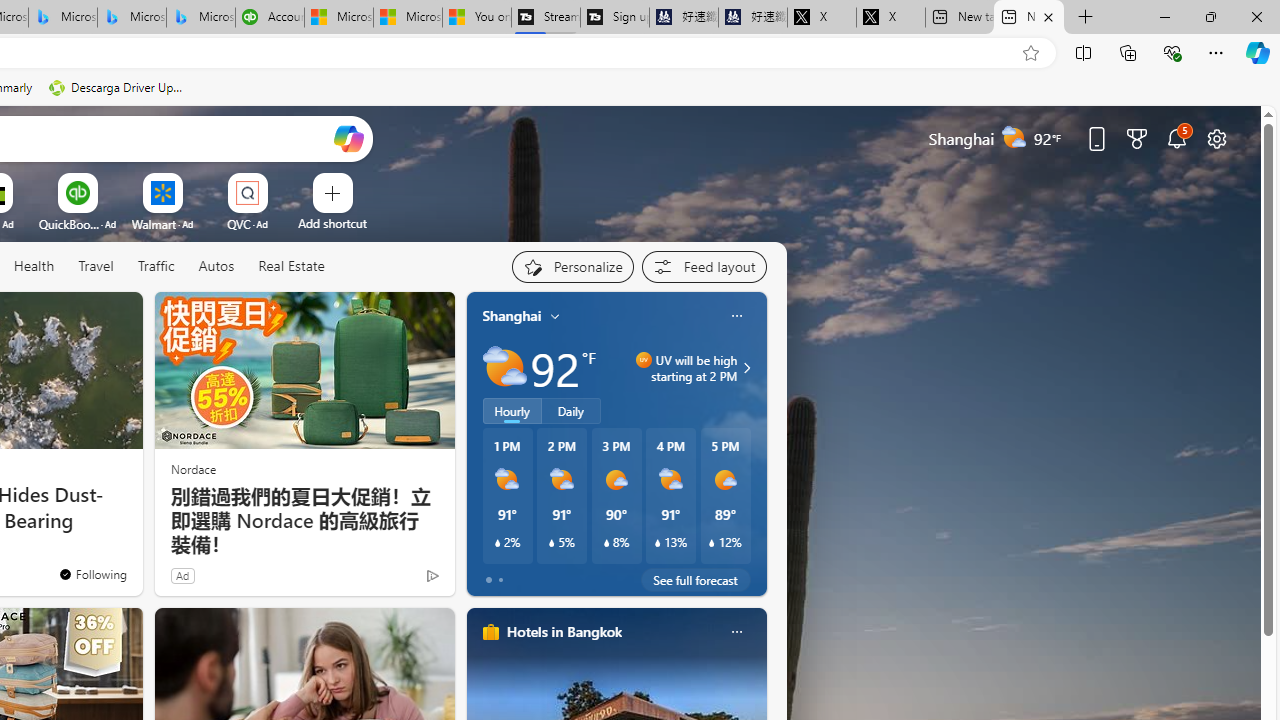 Image resolution: width=1280 pixels, height=720 pixels. Describe the element at coordinates (735, 631) in the screenshot. I see `'More options'` at that location.